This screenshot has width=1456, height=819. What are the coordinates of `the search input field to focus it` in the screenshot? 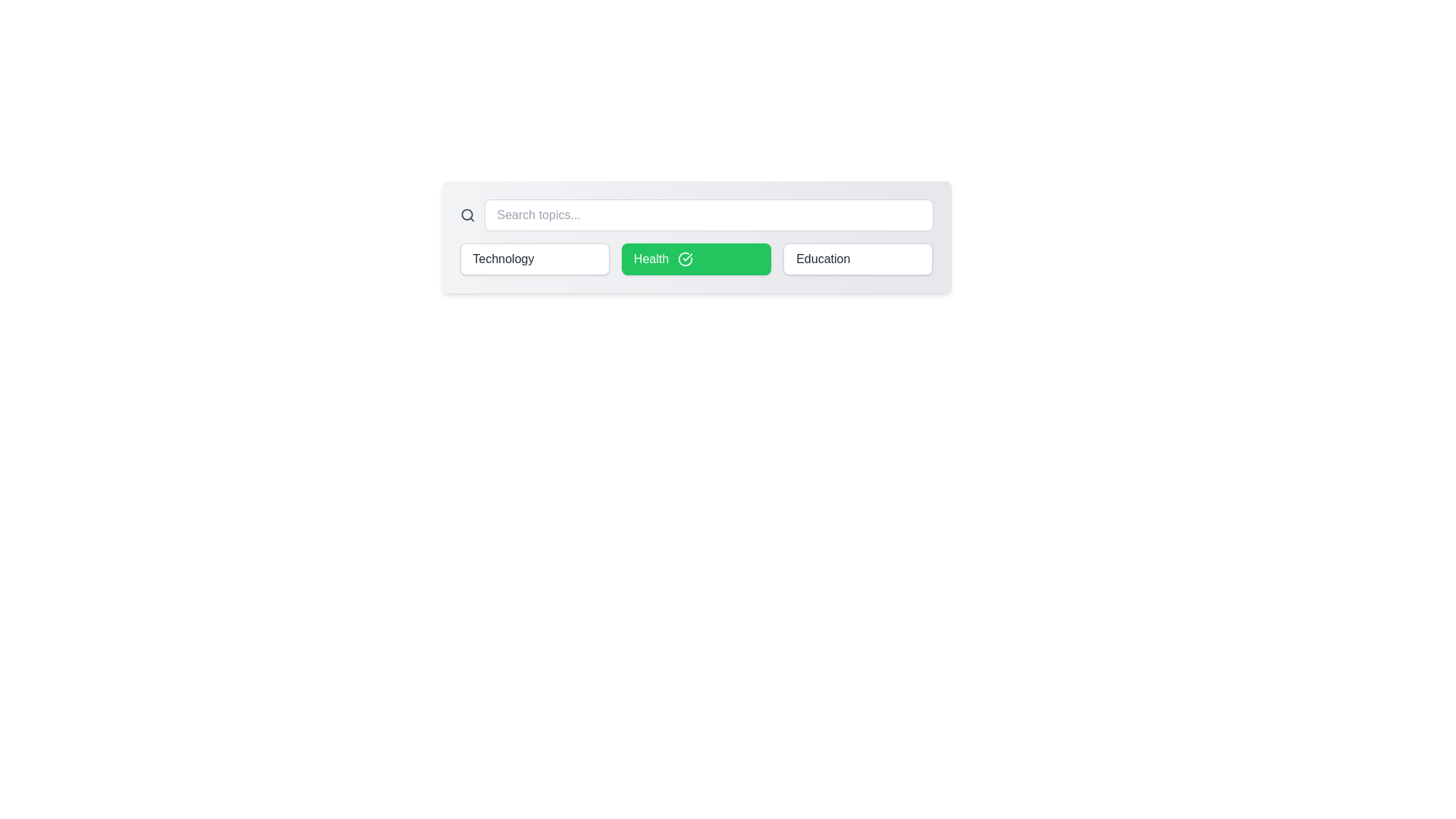 It's located at (708, 215).